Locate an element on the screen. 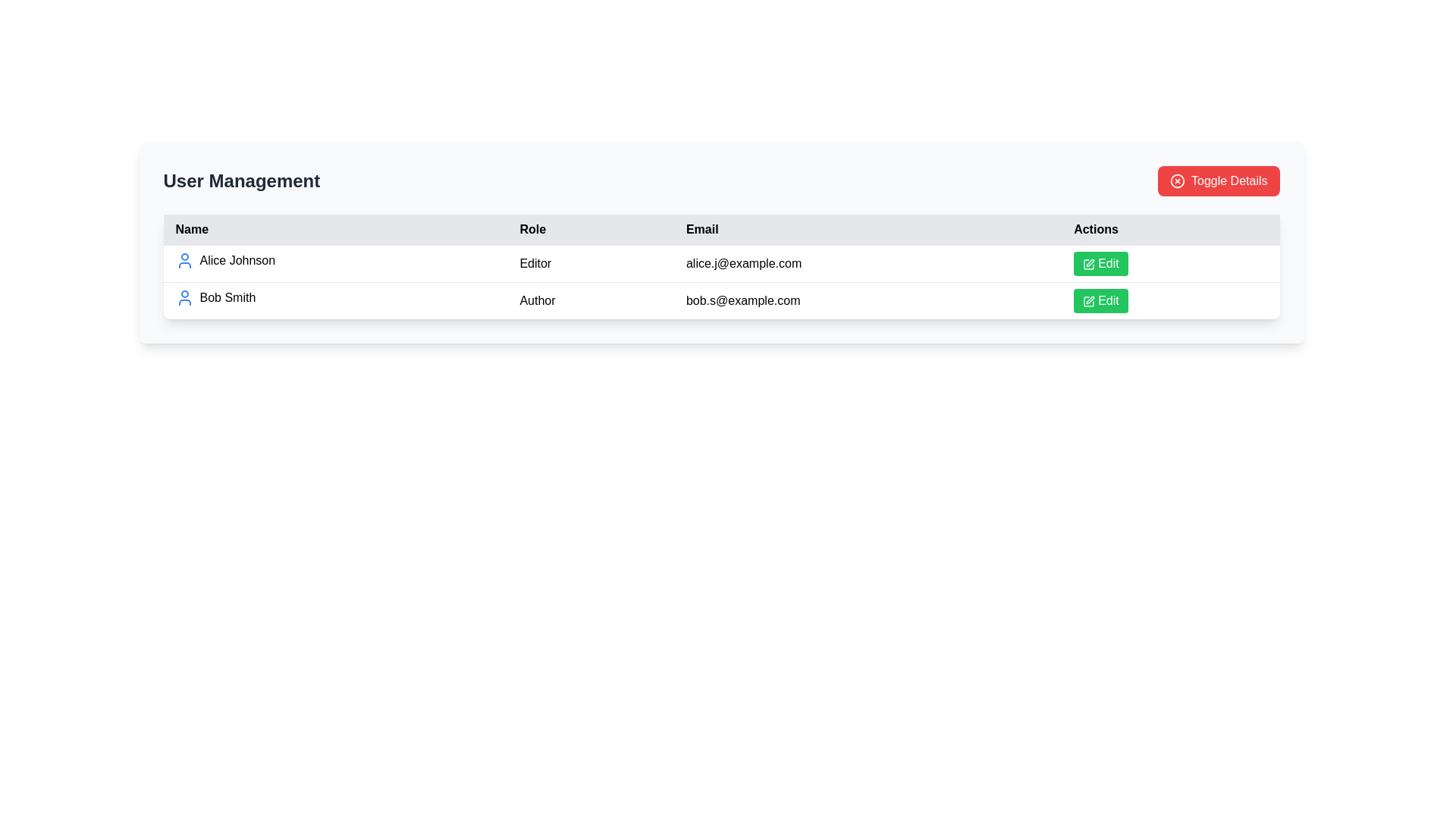 This screenshot has height=819, width=1456. the second row of the User Management table that provides information about the user 'Bob Smith' is located at coordinates (720, 300).